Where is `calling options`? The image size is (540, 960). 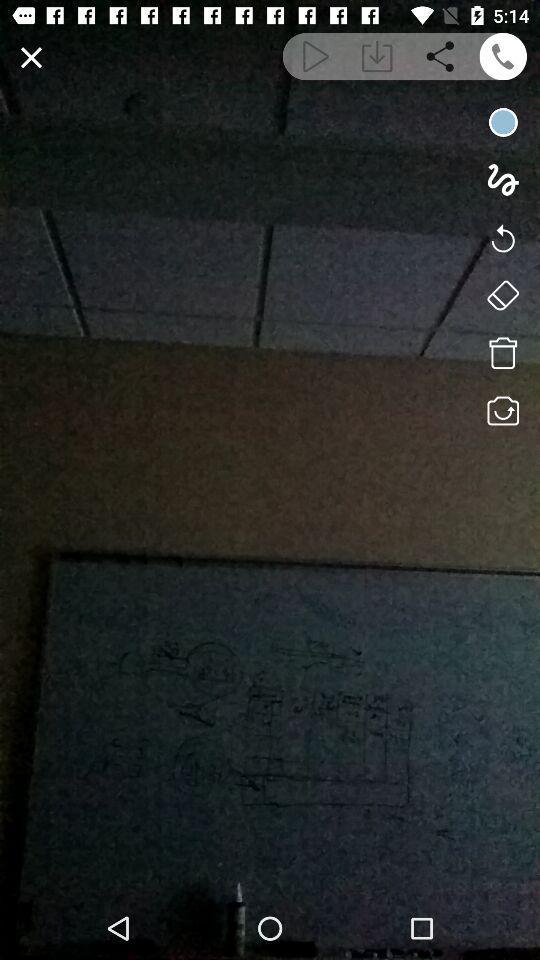 calling options is located at coordinates (502, 55).